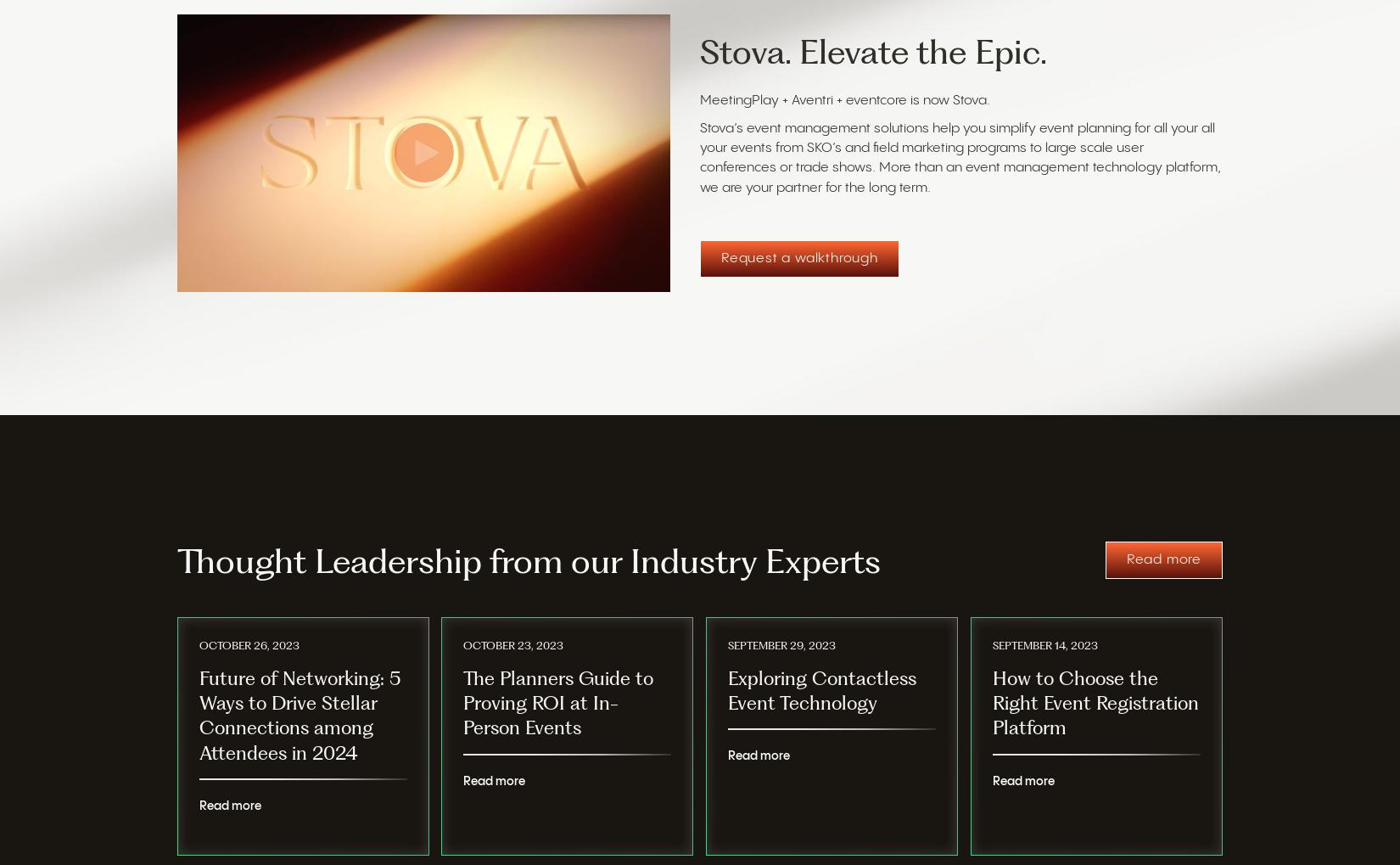 The width and height of the screenshot is (1400, 865). Describe the element at coordinates (177, 561) in the screenshot. I see `'Thought Leadership from our Industry Experts'` at that location.